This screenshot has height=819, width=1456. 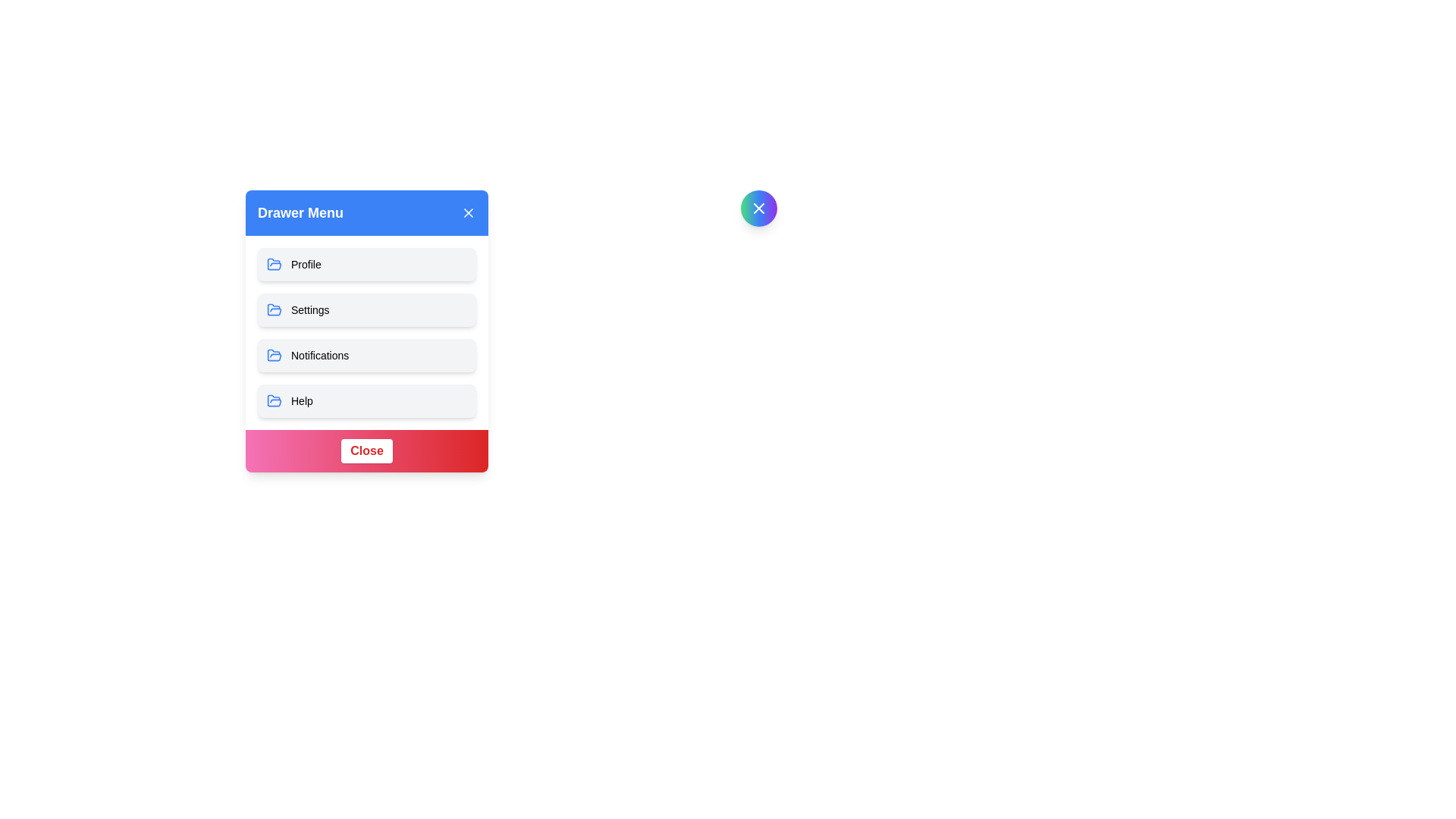 What do you see at coordinates (367, 450) in the screenshot?
I see `the 'Close' button, which is a rectangular button with rounded corners, styled with a gradient from pink to red, located at the bottom of the drawer menu` at bounding box center [367, 450].